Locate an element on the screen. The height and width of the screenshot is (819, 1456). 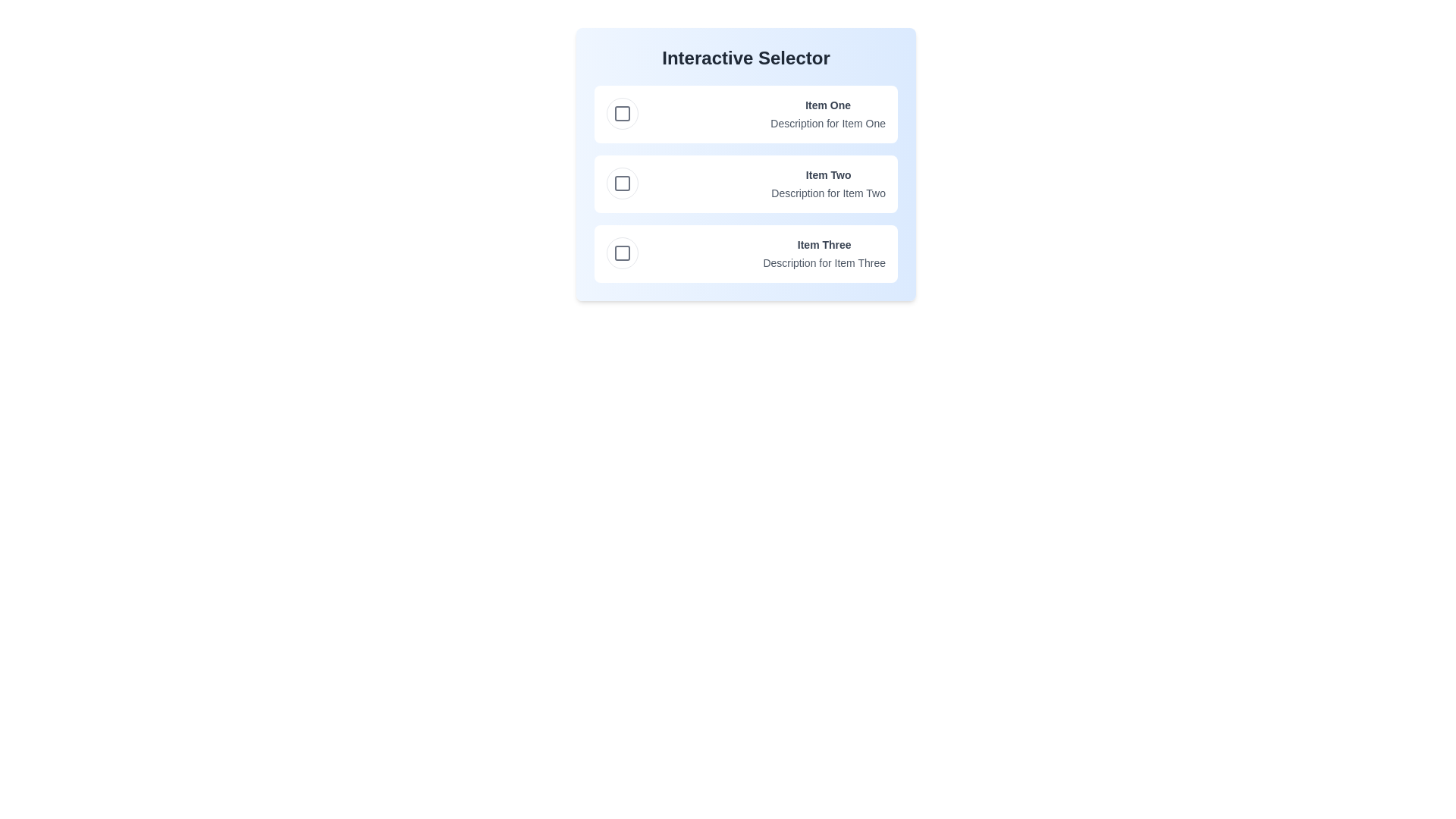
the small square SVG element styled as an 18x18px box with rounded corners, located beside the text 'Item One' in the 'Interactive Selector' panel is located at coordinates (622, 113).